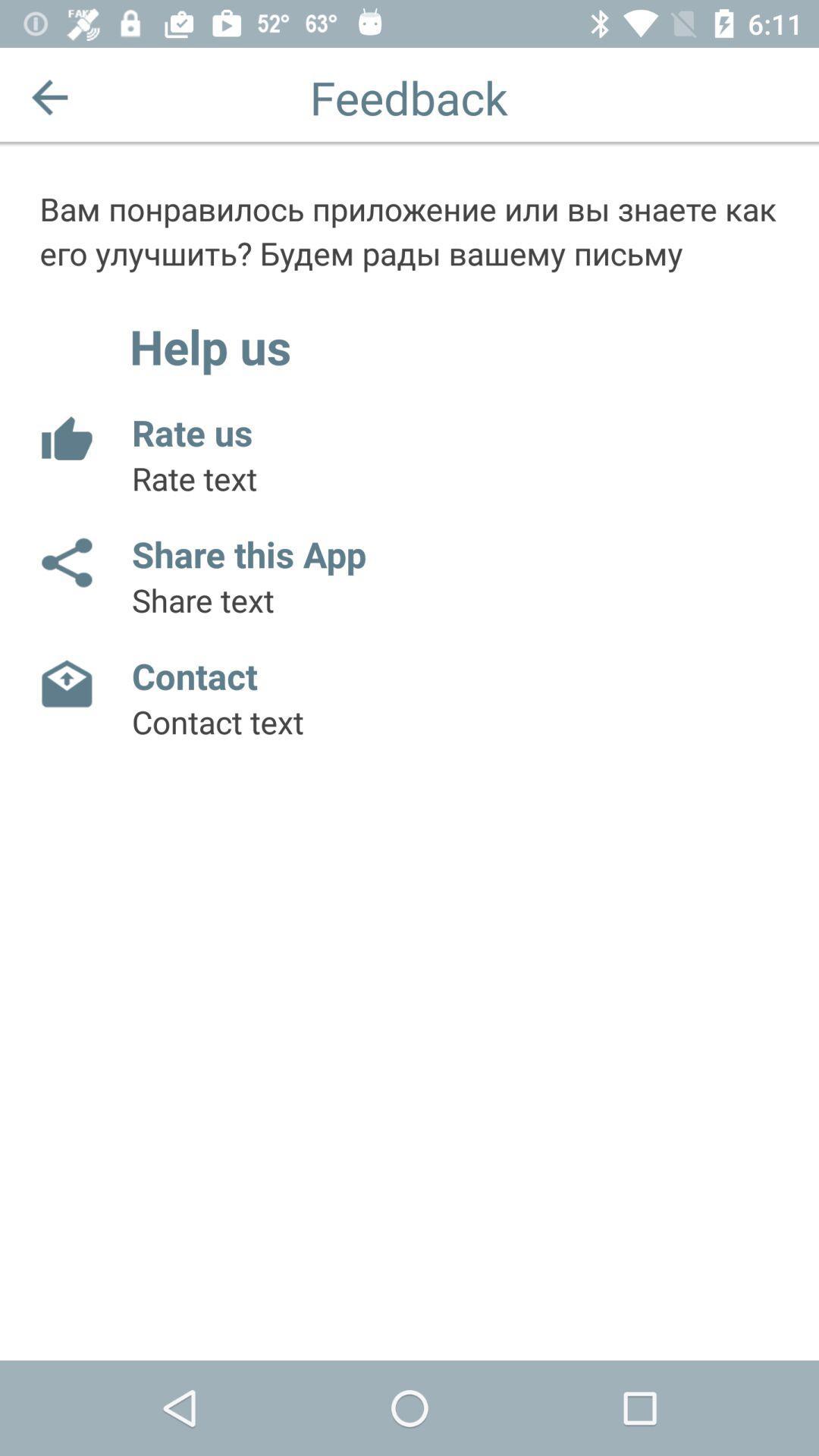 This screenshot has width=819, height=1456. What do you see at coordinates (65, 683) in the screenshot?
I see `the email icon` at bounding box center [65, 683].